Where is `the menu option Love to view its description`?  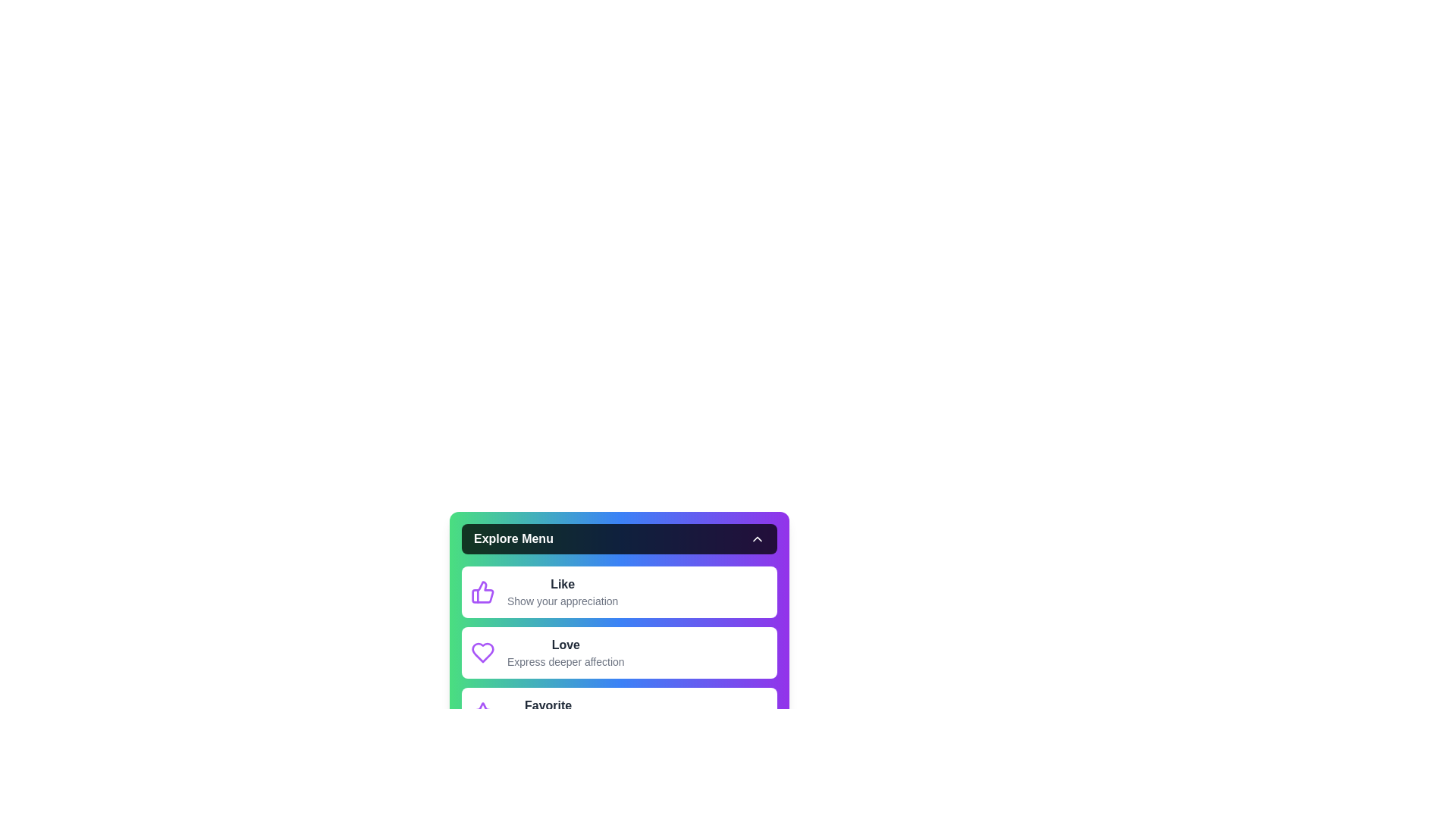 the menu option Love to view its description is located at coordinates (619, 651).